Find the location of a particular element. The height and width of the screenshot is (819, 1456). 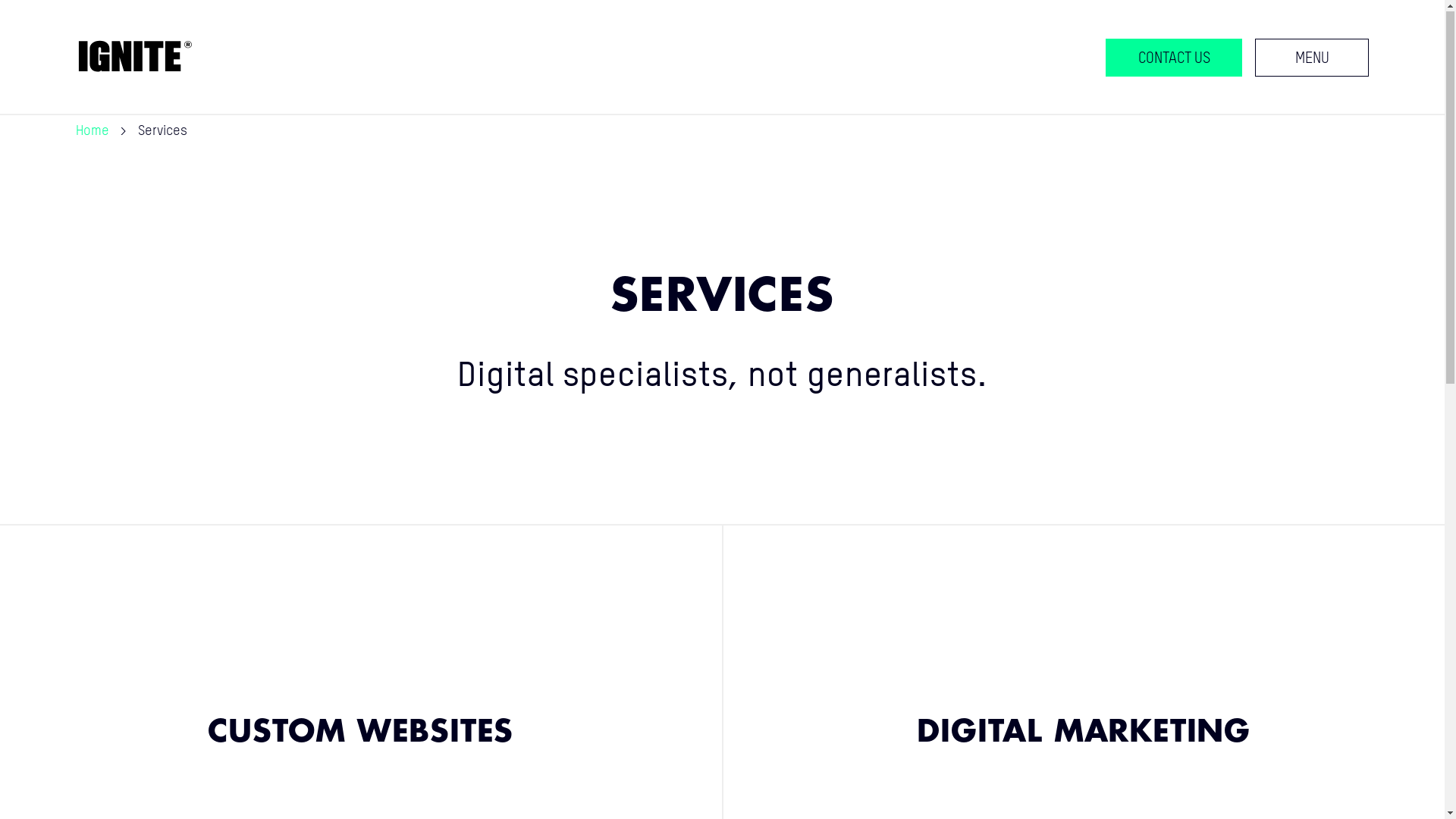

'MENU' is located at coordinates (1310, 58).